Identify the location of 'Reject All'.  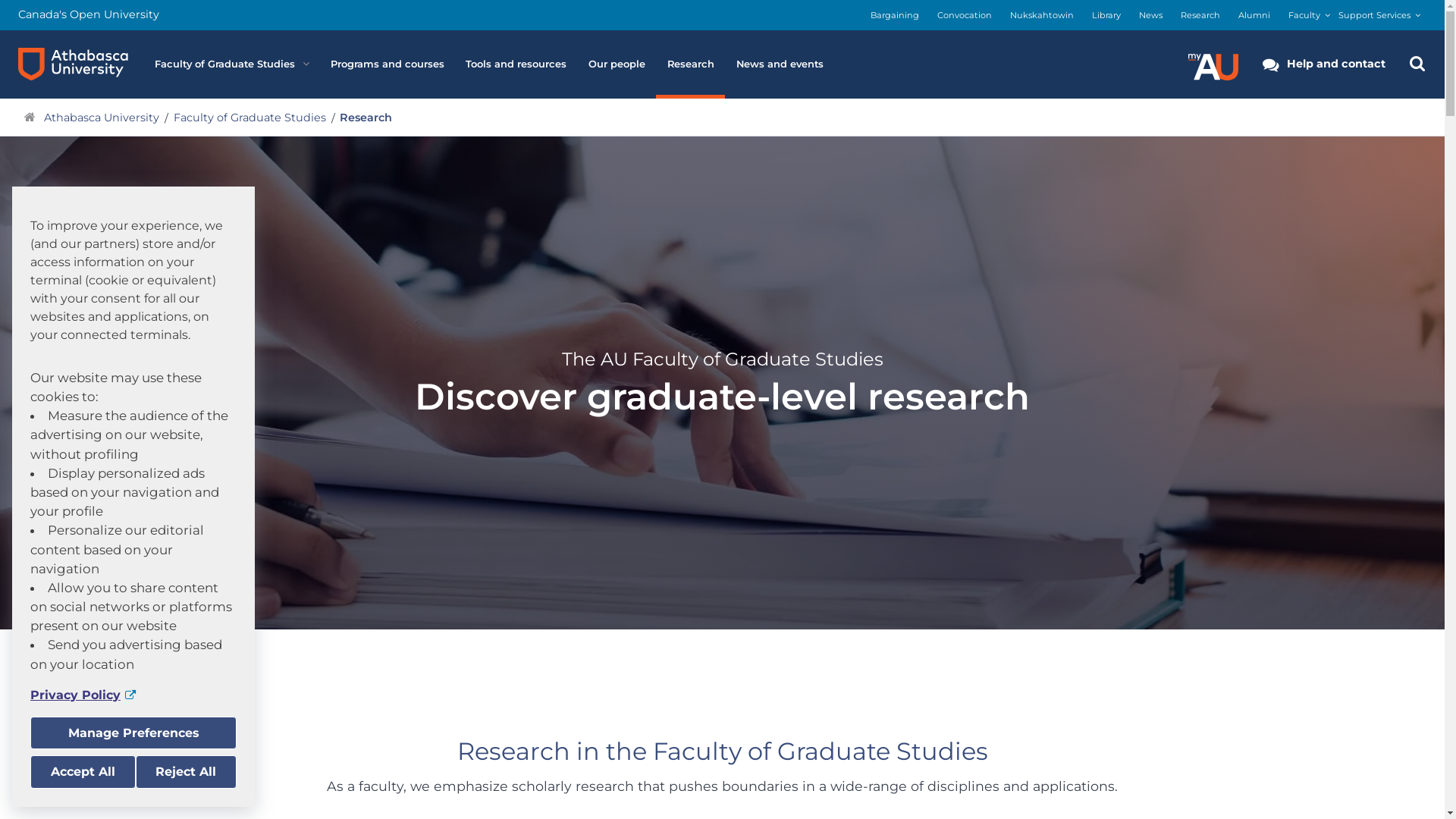
(184, 772).